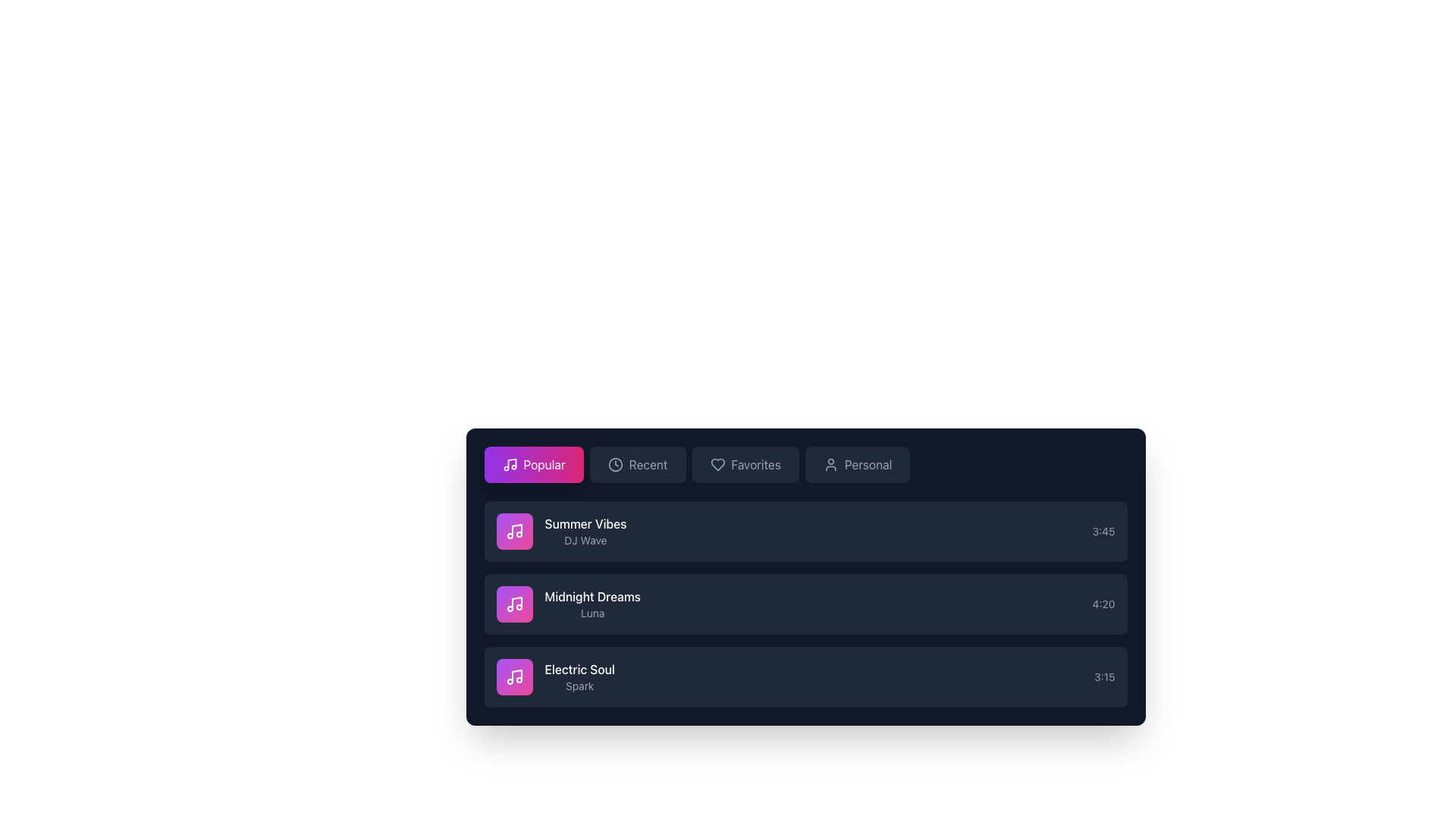  Describe the element at coordinates (805, 676) in the screenshot. I see `the third item` at that location.